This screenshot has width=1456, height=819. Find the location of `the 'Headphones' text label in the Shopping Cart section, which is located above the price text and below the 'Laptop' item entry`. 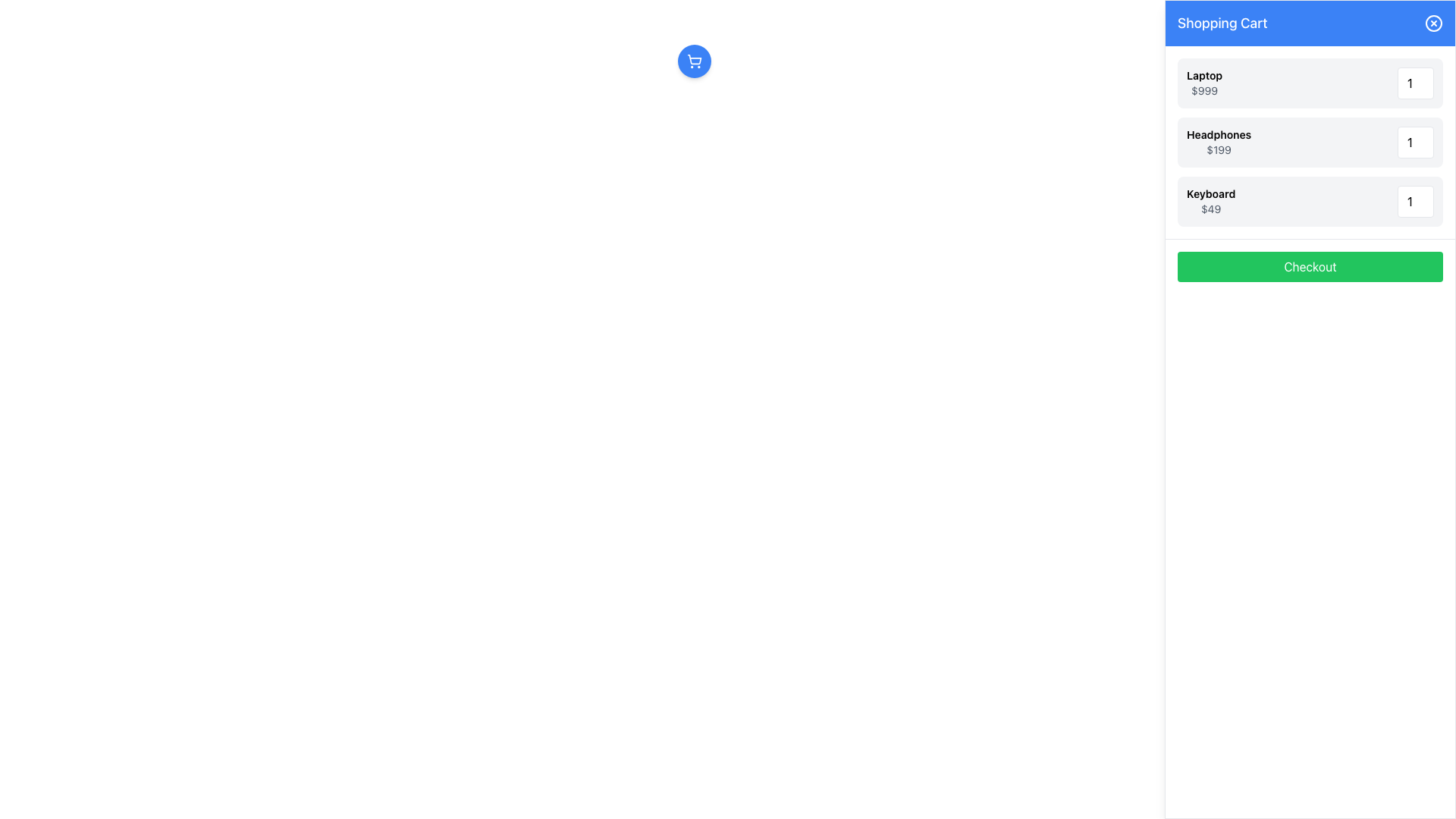

the 'Headphones' text label in the Shopping Cart section, which is located above the price text and below the 'Laptop' item entry is located at coordinates (1219, 133).